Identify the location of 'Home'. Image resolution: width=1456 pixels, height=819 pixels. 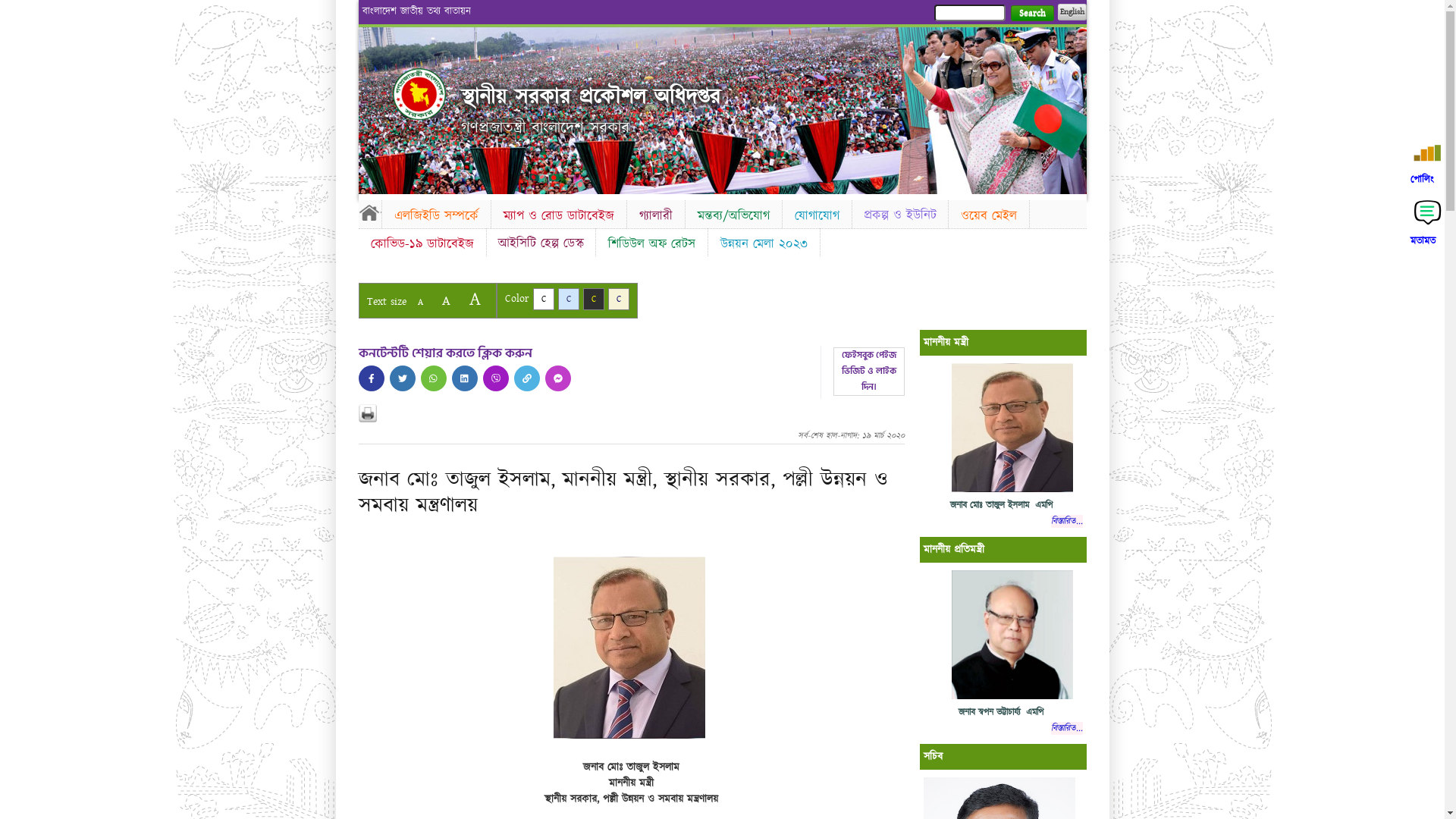
(393, 93).